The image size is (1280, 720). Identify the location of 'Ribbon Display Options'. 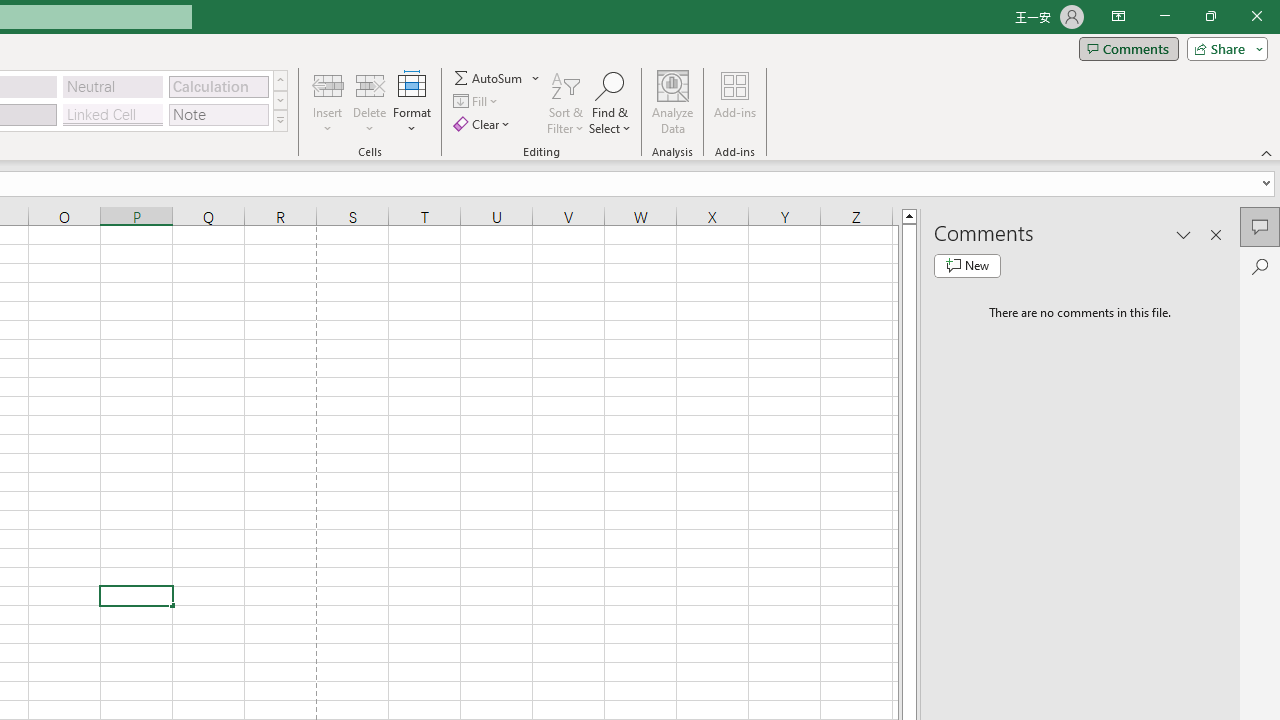
(1117, 16).